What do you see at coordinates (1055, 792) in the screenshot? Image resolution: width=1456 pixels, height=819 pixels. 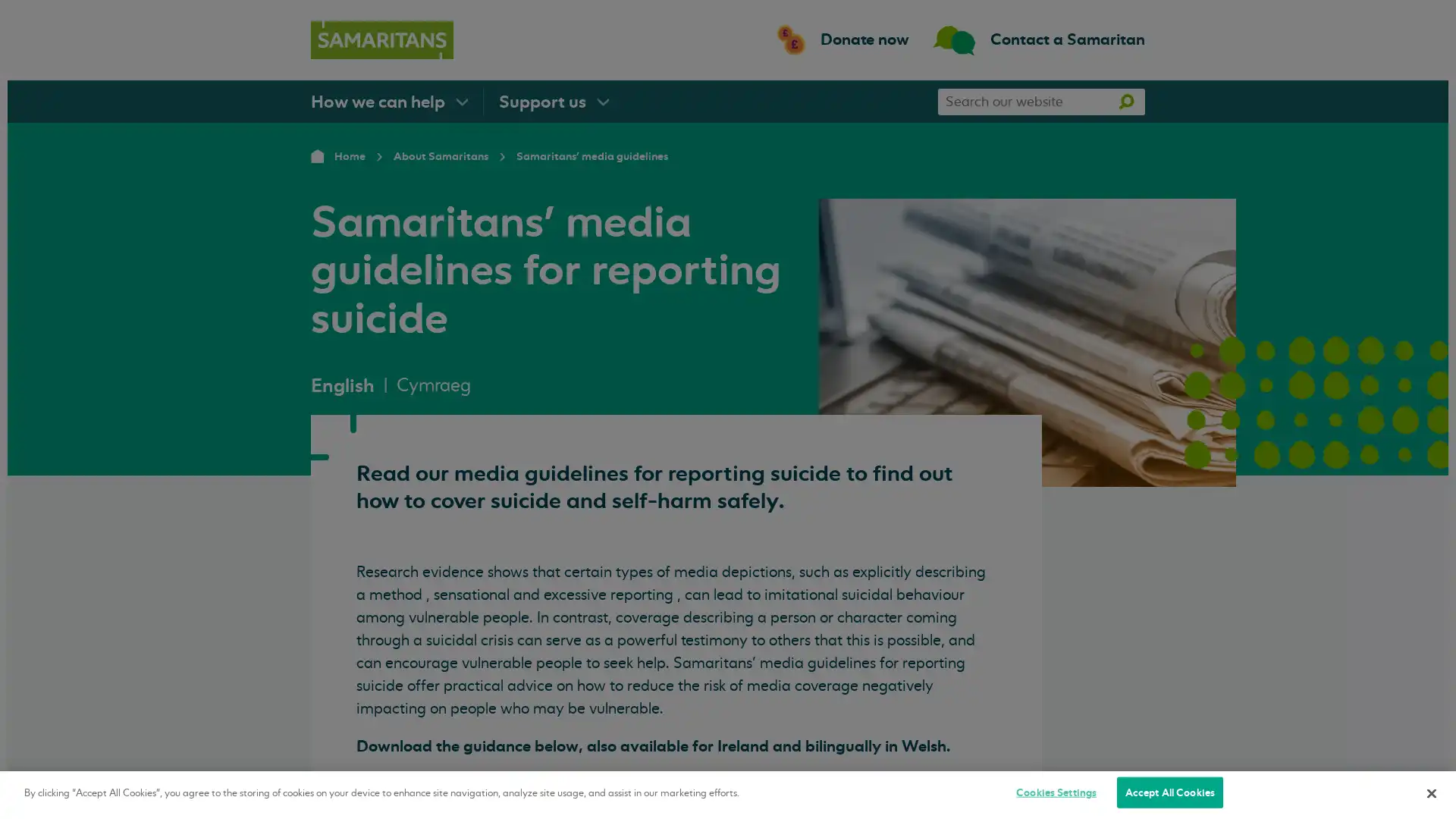 I see `Cookies Settings` at bounding box center [1055, 792].